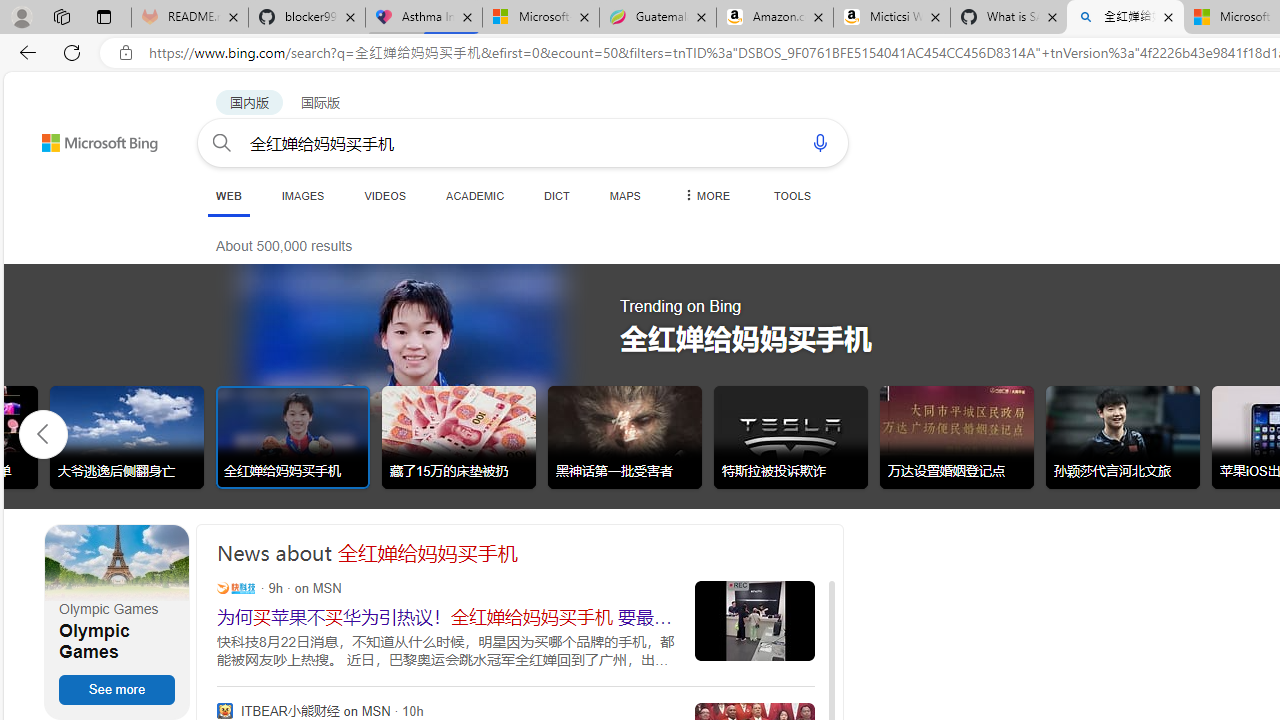  I want to click on 'ACADEMIC', so click(474, 195).